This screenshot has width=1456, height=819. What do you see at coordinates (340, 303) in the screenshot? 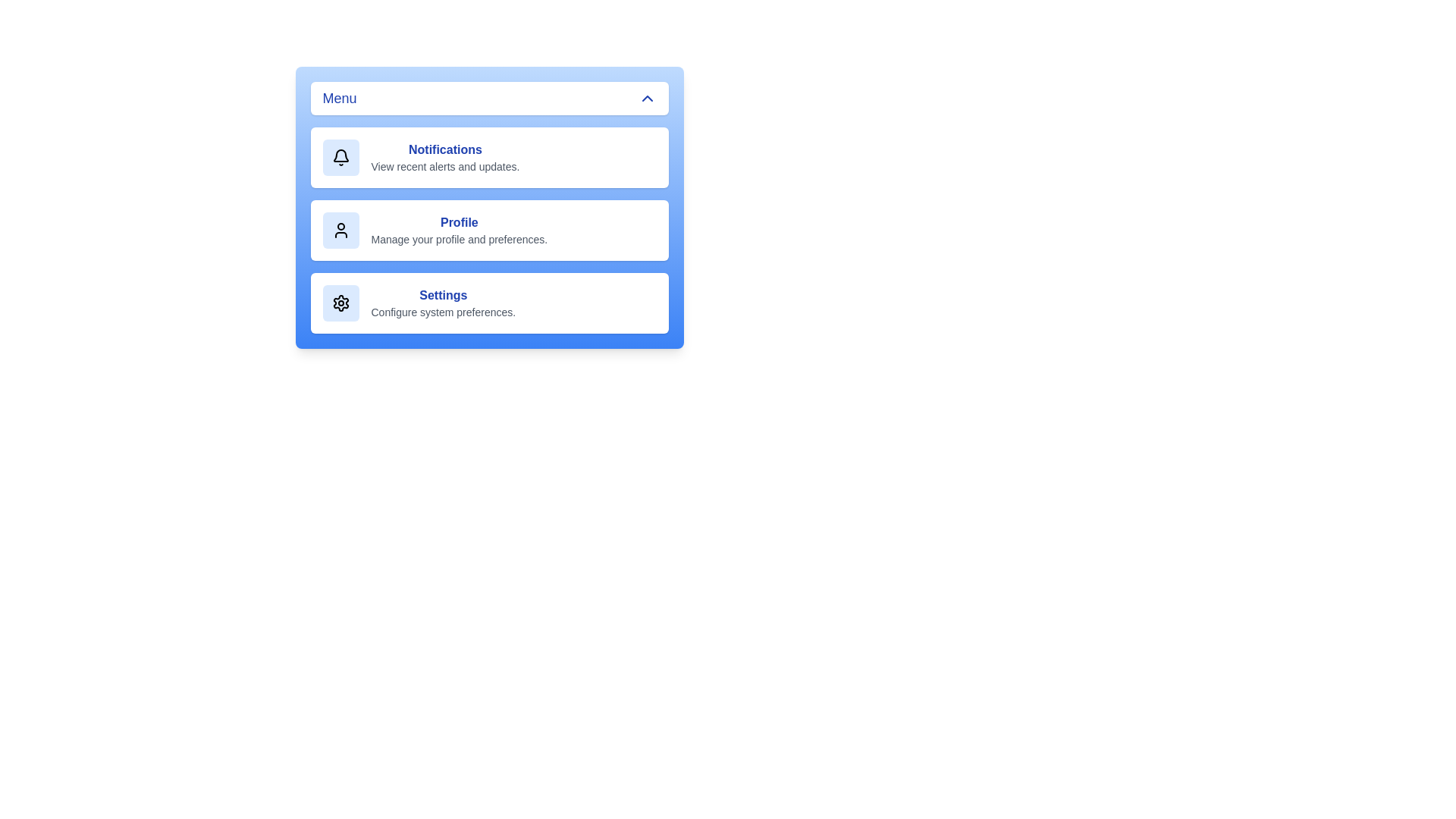
I see `the icon corresponding to Settings in the menu` at bounding box center [340, 303].